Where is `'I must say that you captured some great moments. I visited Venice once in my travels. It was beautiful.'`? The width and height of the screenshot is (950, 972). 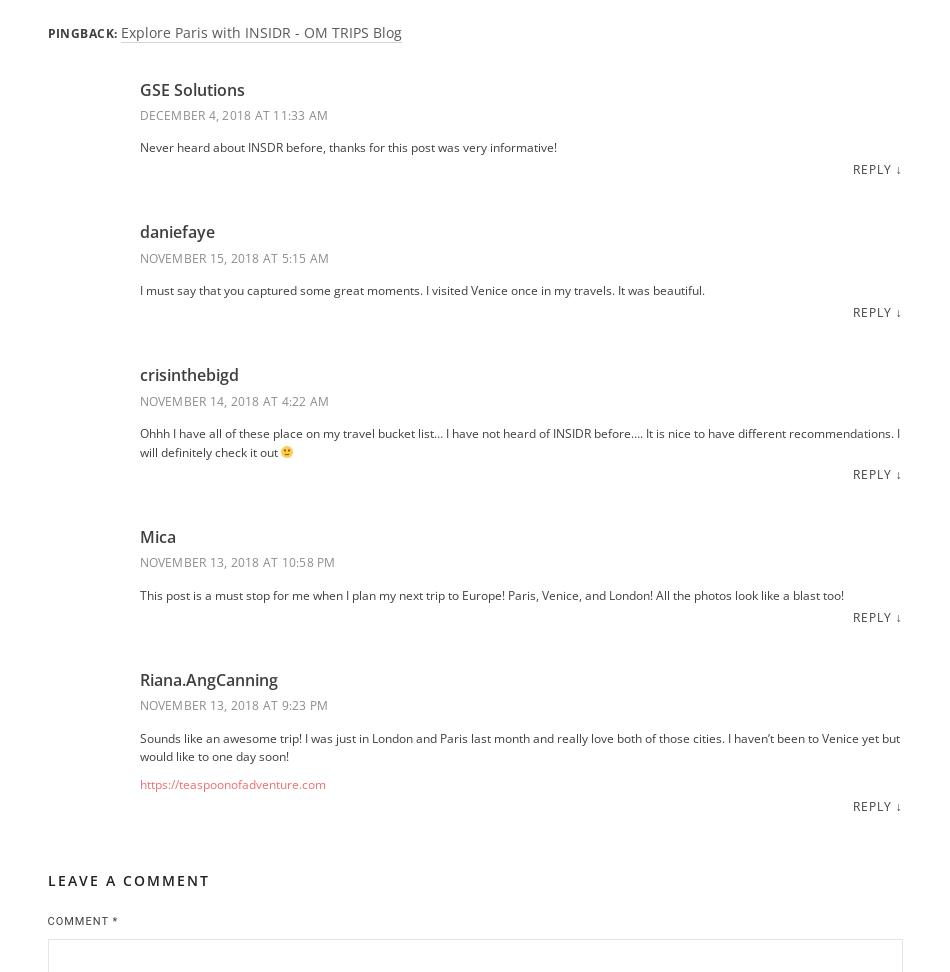
'I must say that you captured some great moments. I visited Venice once in my travels. It was beautiful.' is located at coordinates (420, 290).